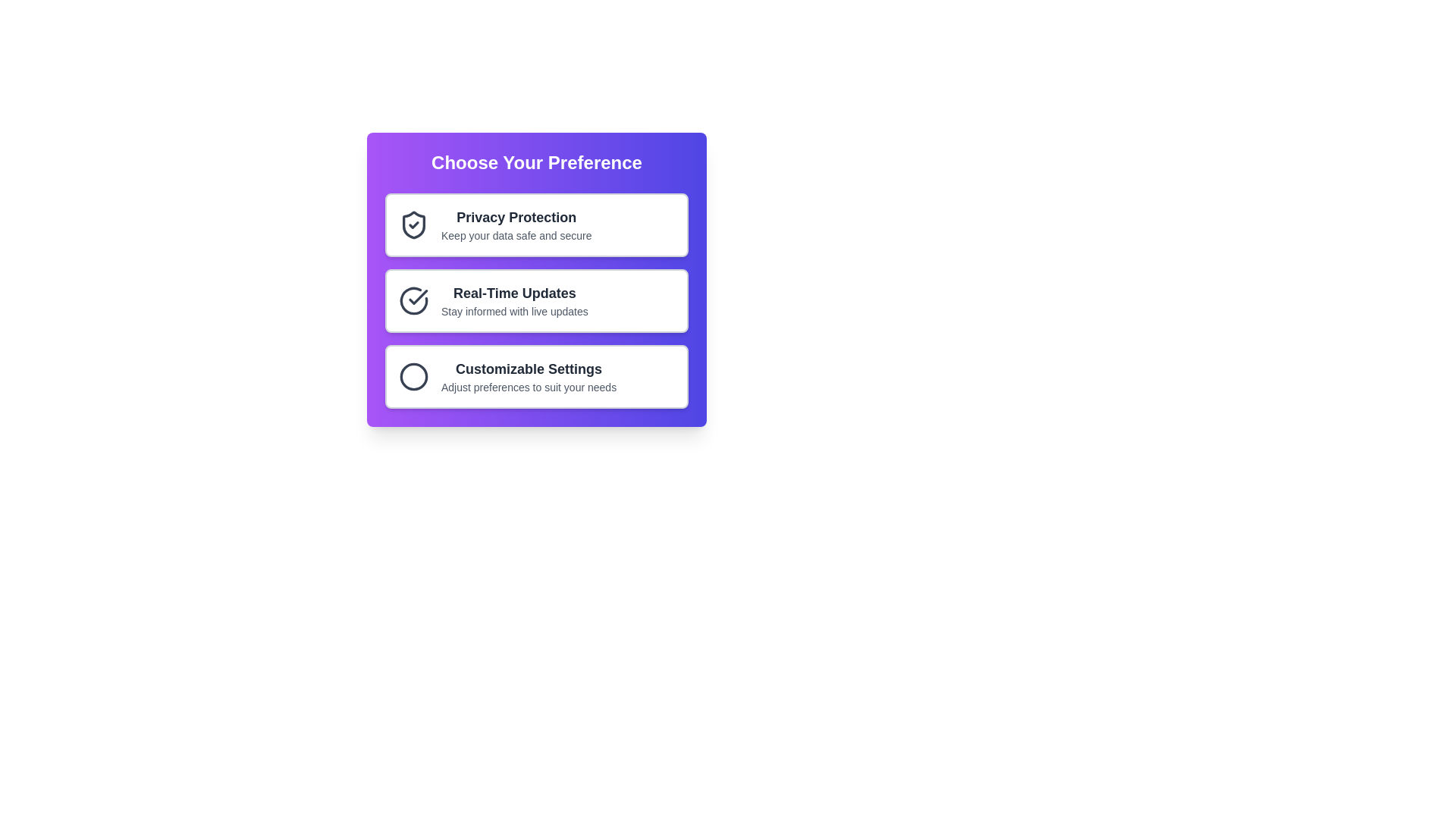 This screenshot has width=1456, height=819. What do you see at coordinates (537, 376) in the screenshot?
I see `the 'Customizable Settings' selectable card, which is the third item in a vertical list of cards` at bounding box center [537, 376].